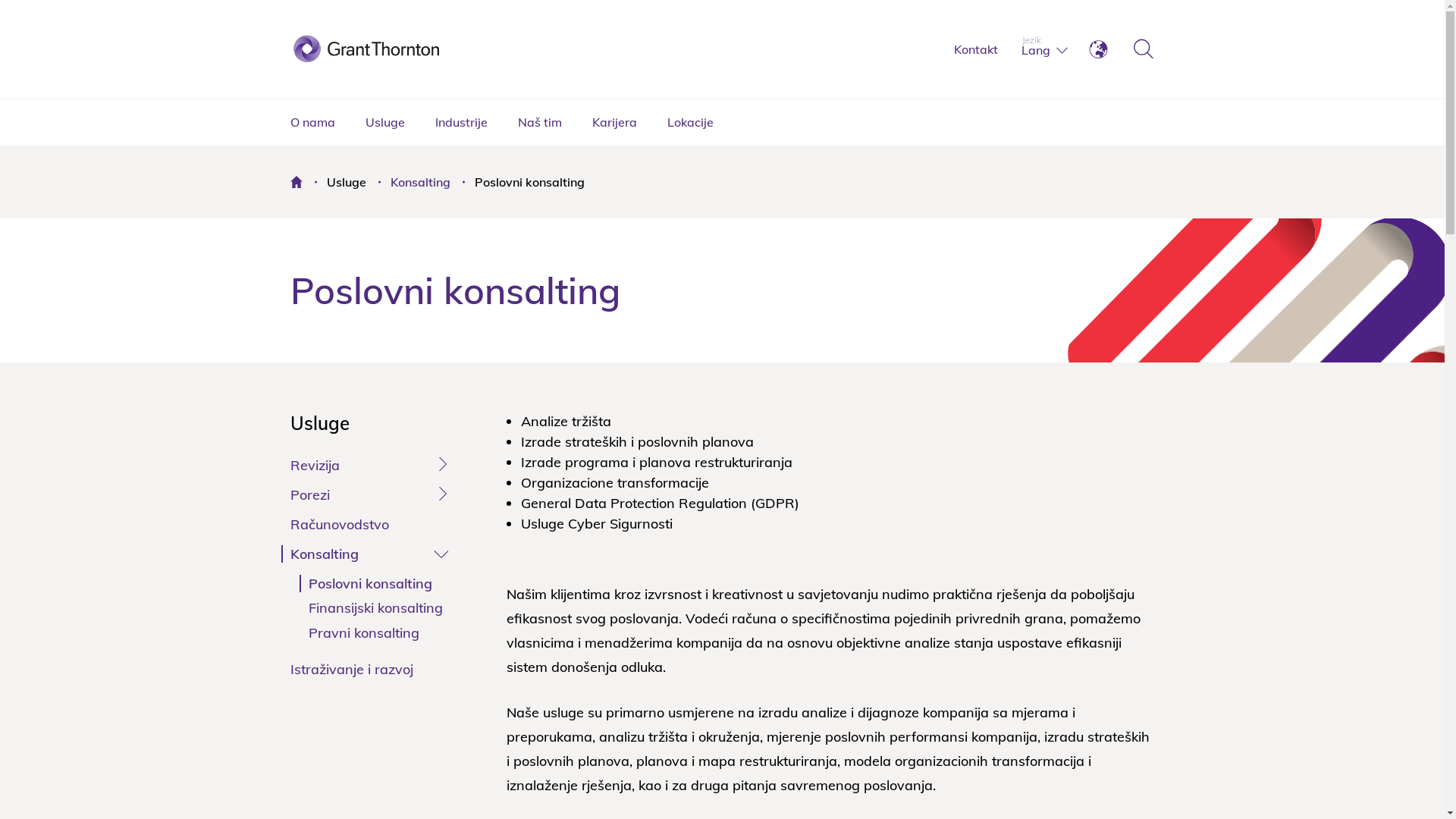  What do you see at coordinates (311, 121) in the screenshot?
I see `'O nama'` at bounding box center [311, 121].